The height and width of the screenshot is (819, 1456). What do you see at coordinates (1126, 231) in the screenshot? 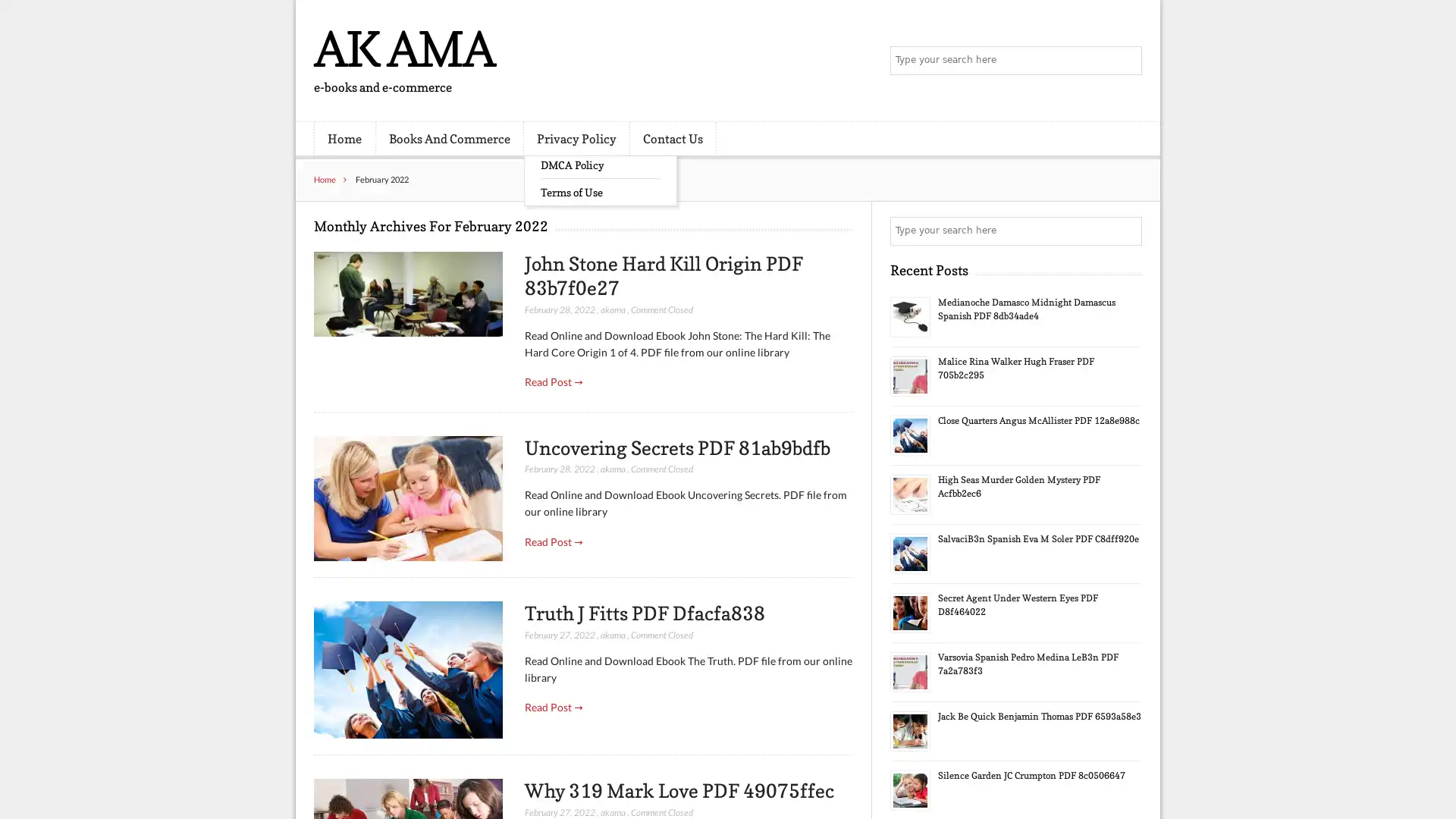
I see `Search` at bounding box center [1126, 231].